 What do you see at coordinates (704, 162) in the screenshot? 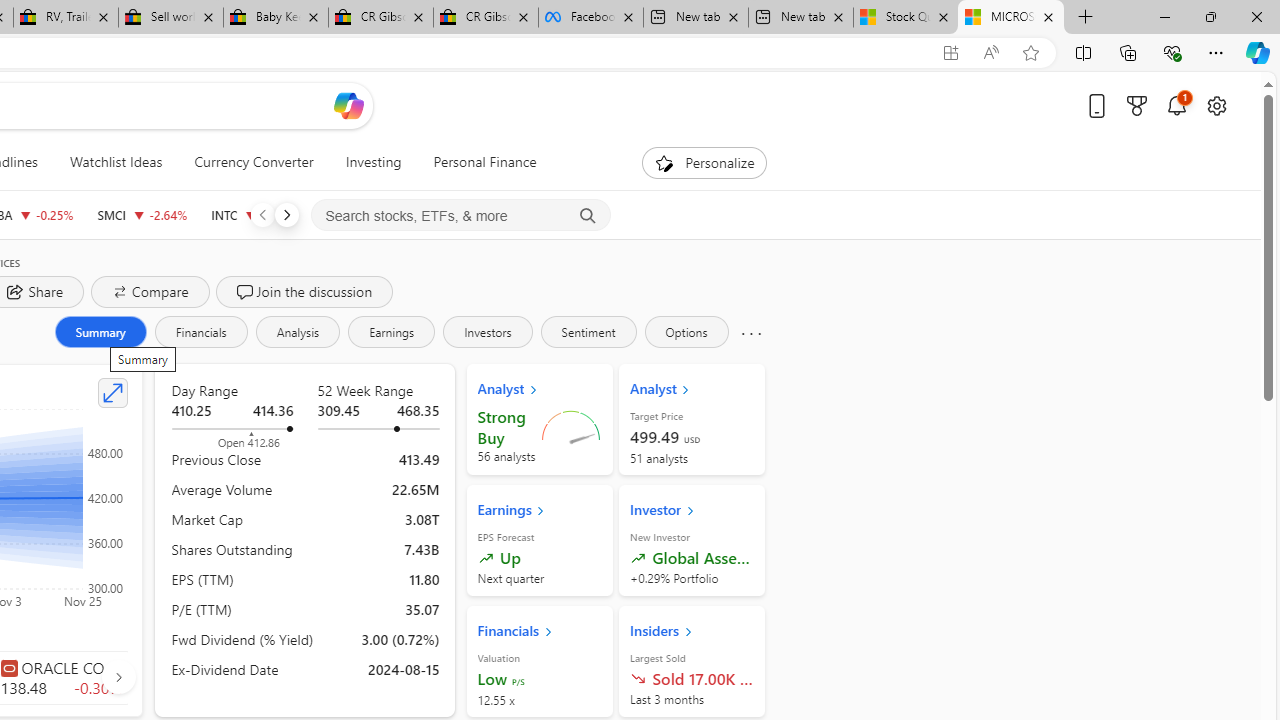
I see `'Personalize'` at bounding box center [704, 162].